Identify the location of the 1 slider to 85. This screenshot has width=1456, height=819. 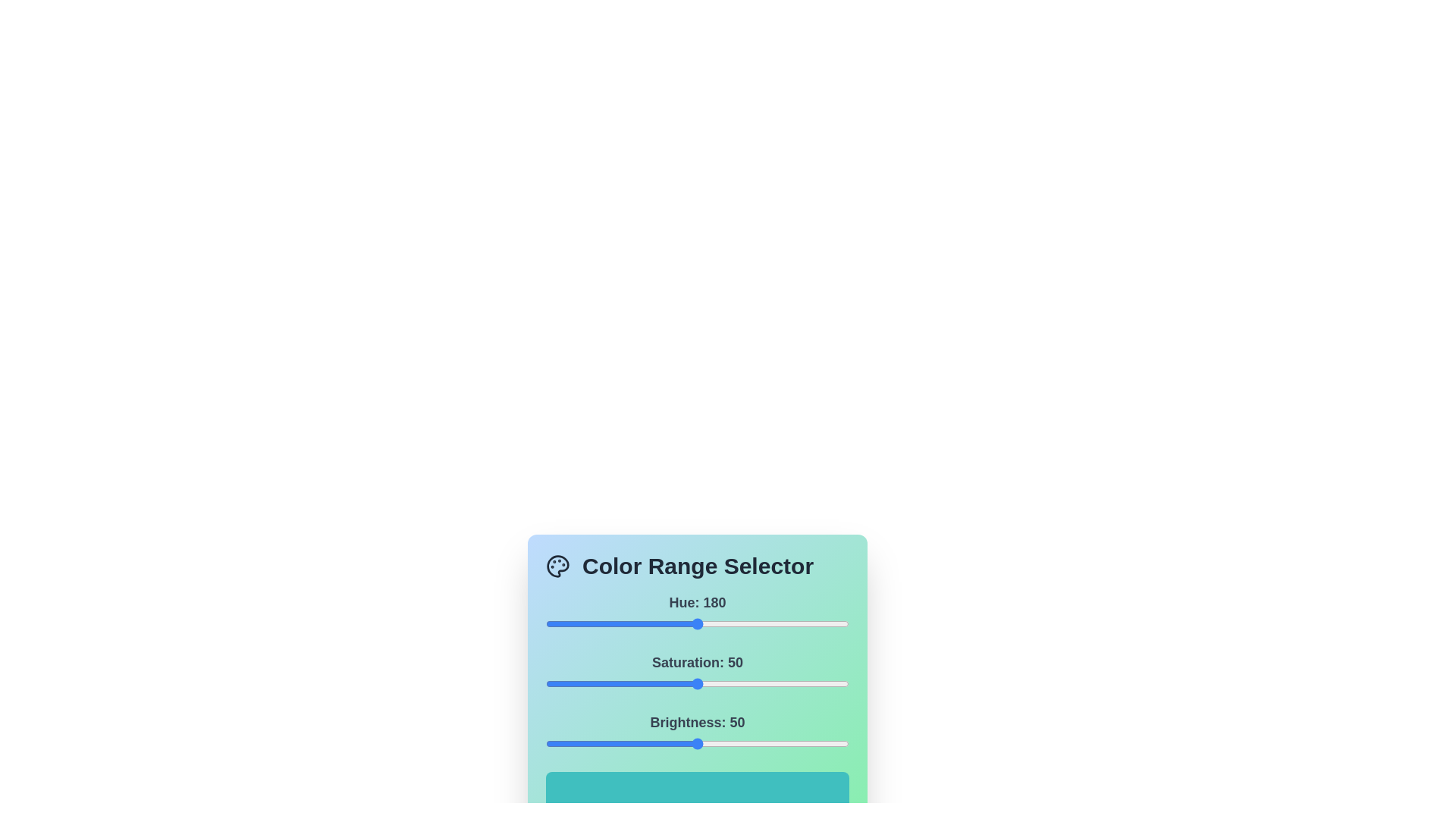
(803, 684).